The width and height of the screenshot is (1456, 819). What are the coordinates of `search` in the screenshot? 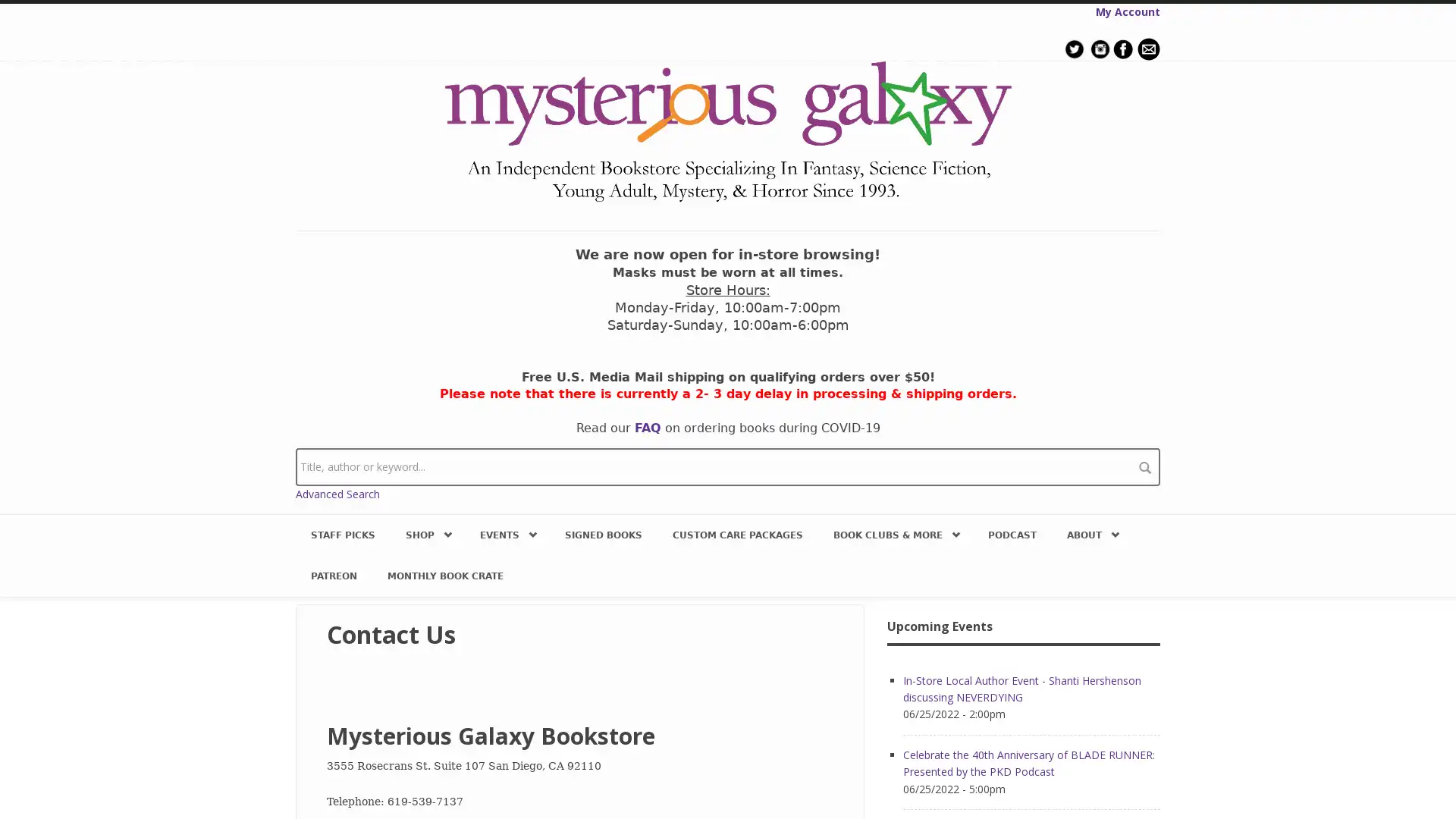 It's located at (1145, 466).